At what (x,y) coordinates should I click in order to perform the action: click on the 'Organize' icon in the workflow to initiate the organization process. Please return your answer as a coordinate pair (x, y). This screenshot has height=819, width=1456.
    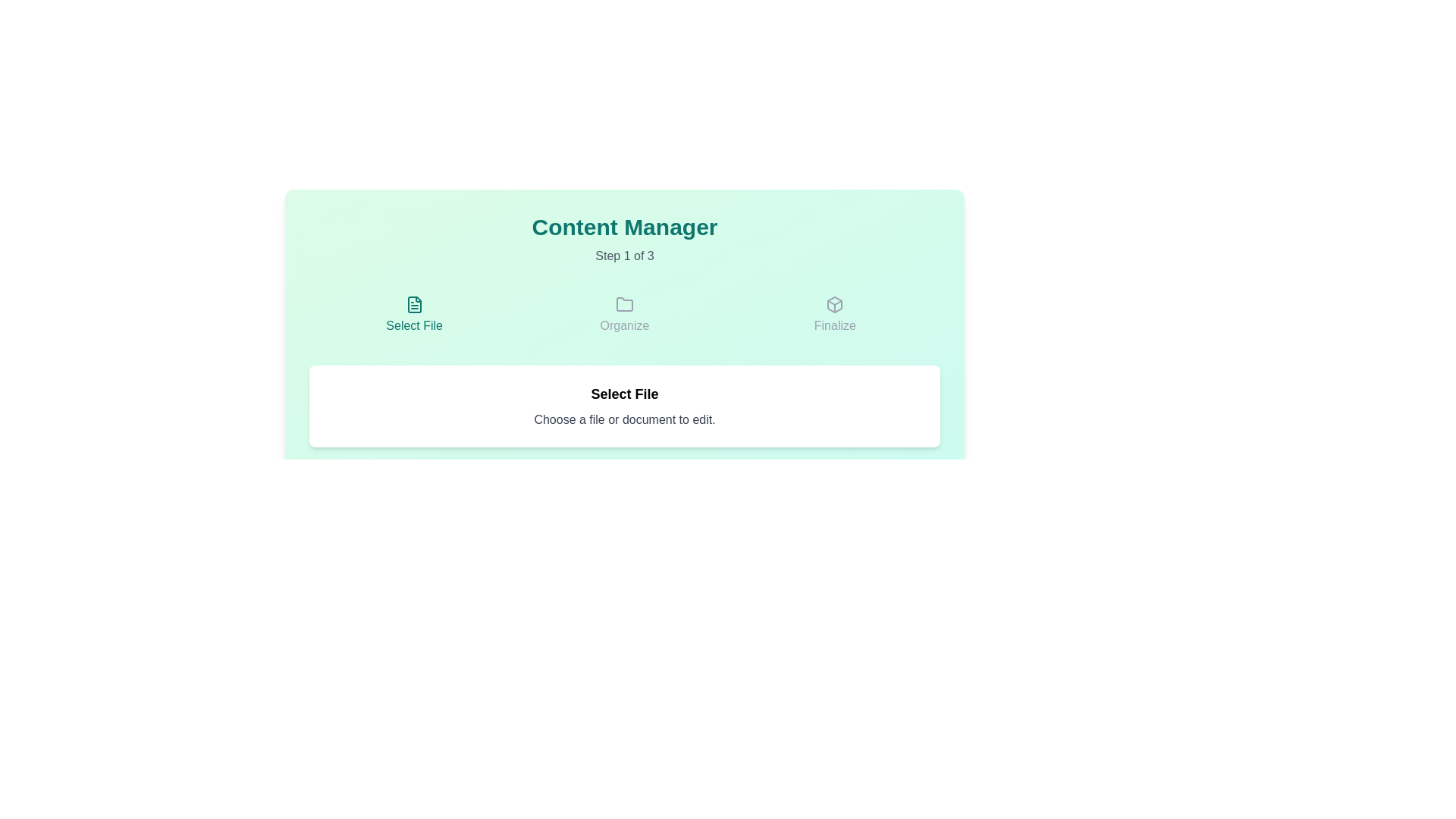
    Looking at the image, I should click on (625, 315).